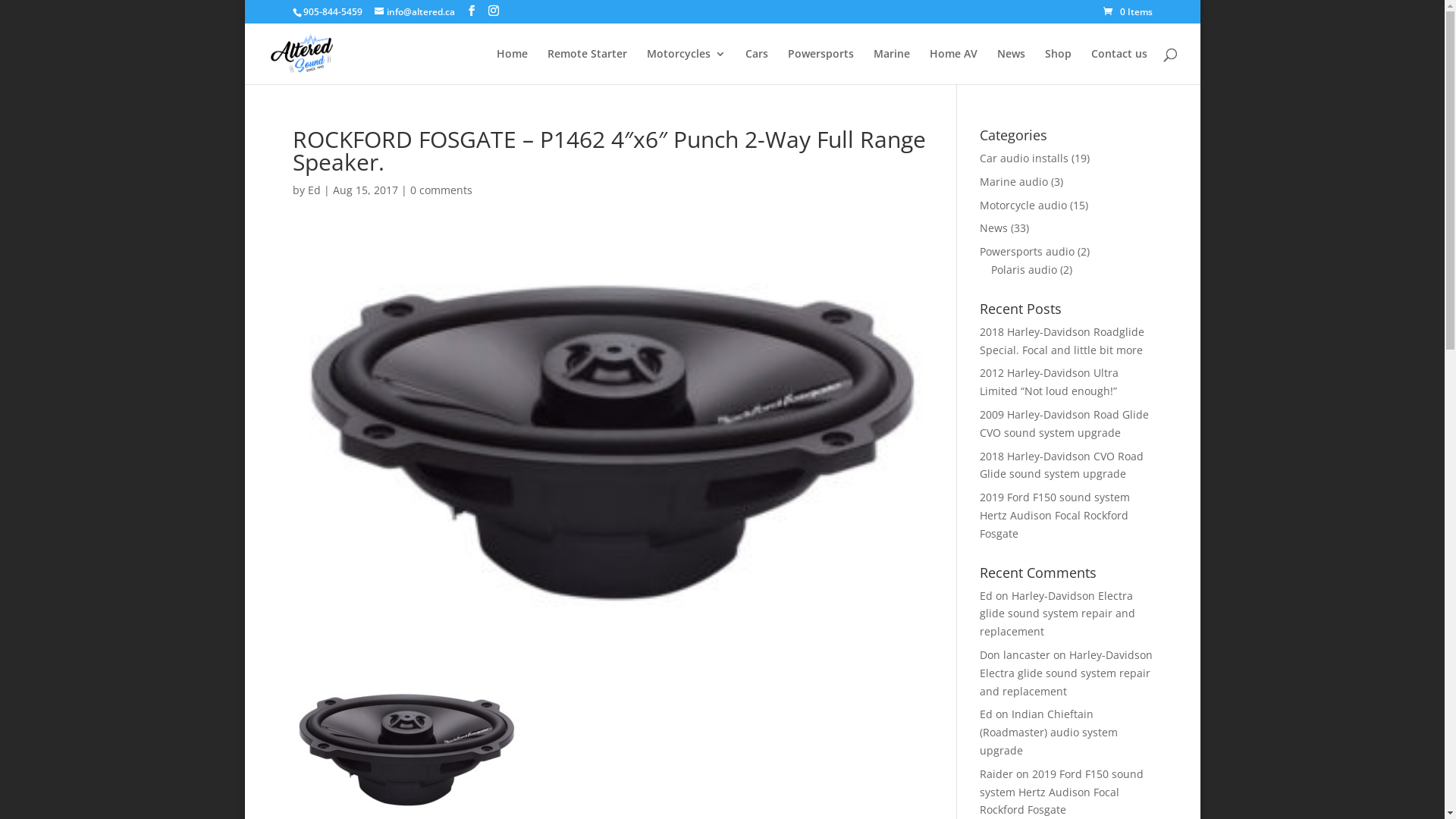 The height and width of the screenshot is (819, 1456). What do you see at coordinates (1023, 268) in the screenshot?
I see `'Polaris audio'` at bounding box center [1023, 268].